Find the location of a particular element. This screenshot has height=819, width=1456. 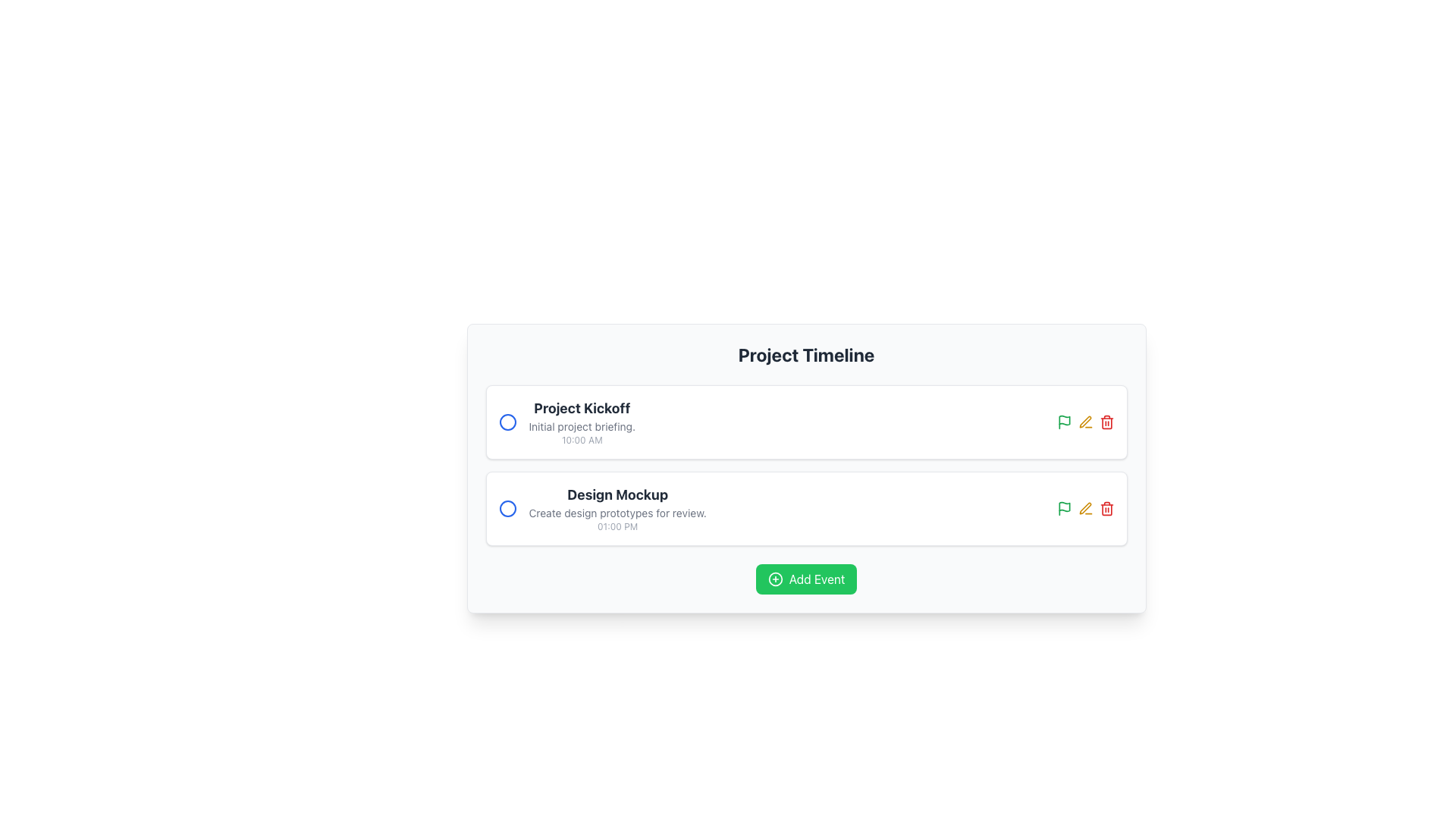

the delete button located within the 'Design Mockup' task panel, which is the rightmost icon in its group is located at coordinates (1106, 509).